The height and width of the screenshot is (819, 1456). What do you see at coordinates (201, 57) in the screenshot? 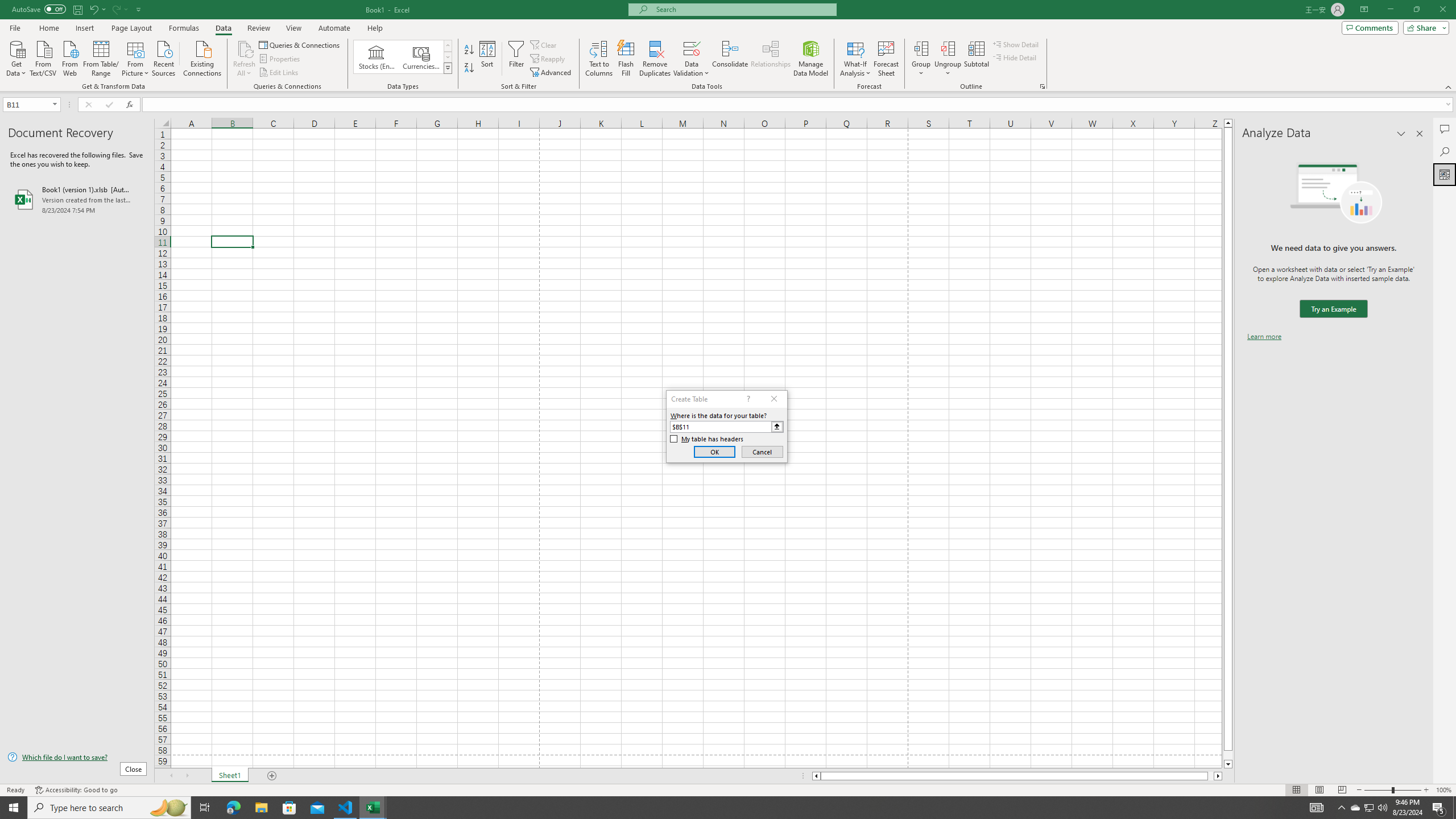
I see `'Existing Connections'` at bounding box center [201, 57].